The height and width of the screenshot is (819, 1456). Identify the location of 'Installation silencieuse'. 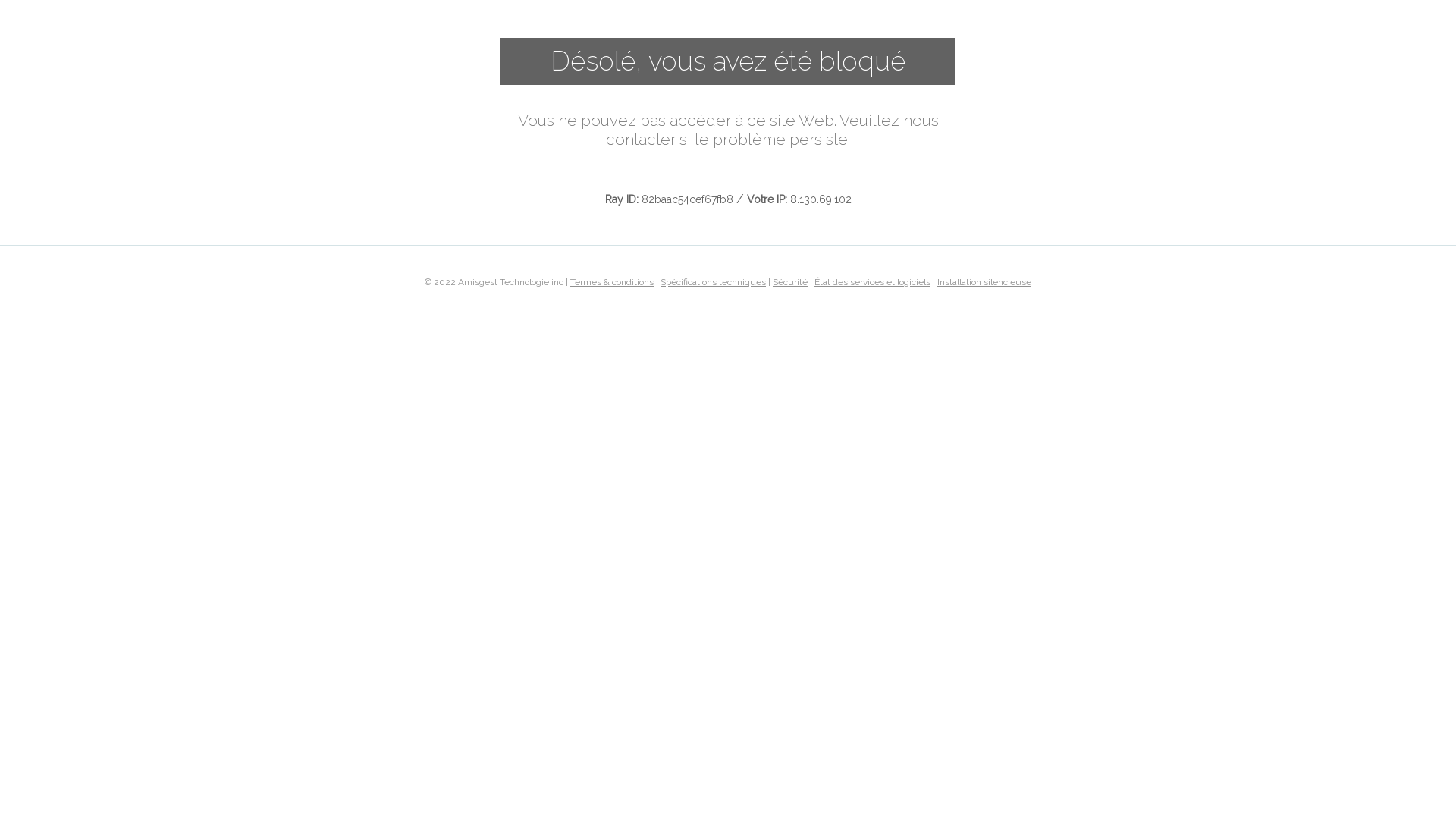
(937, 281).